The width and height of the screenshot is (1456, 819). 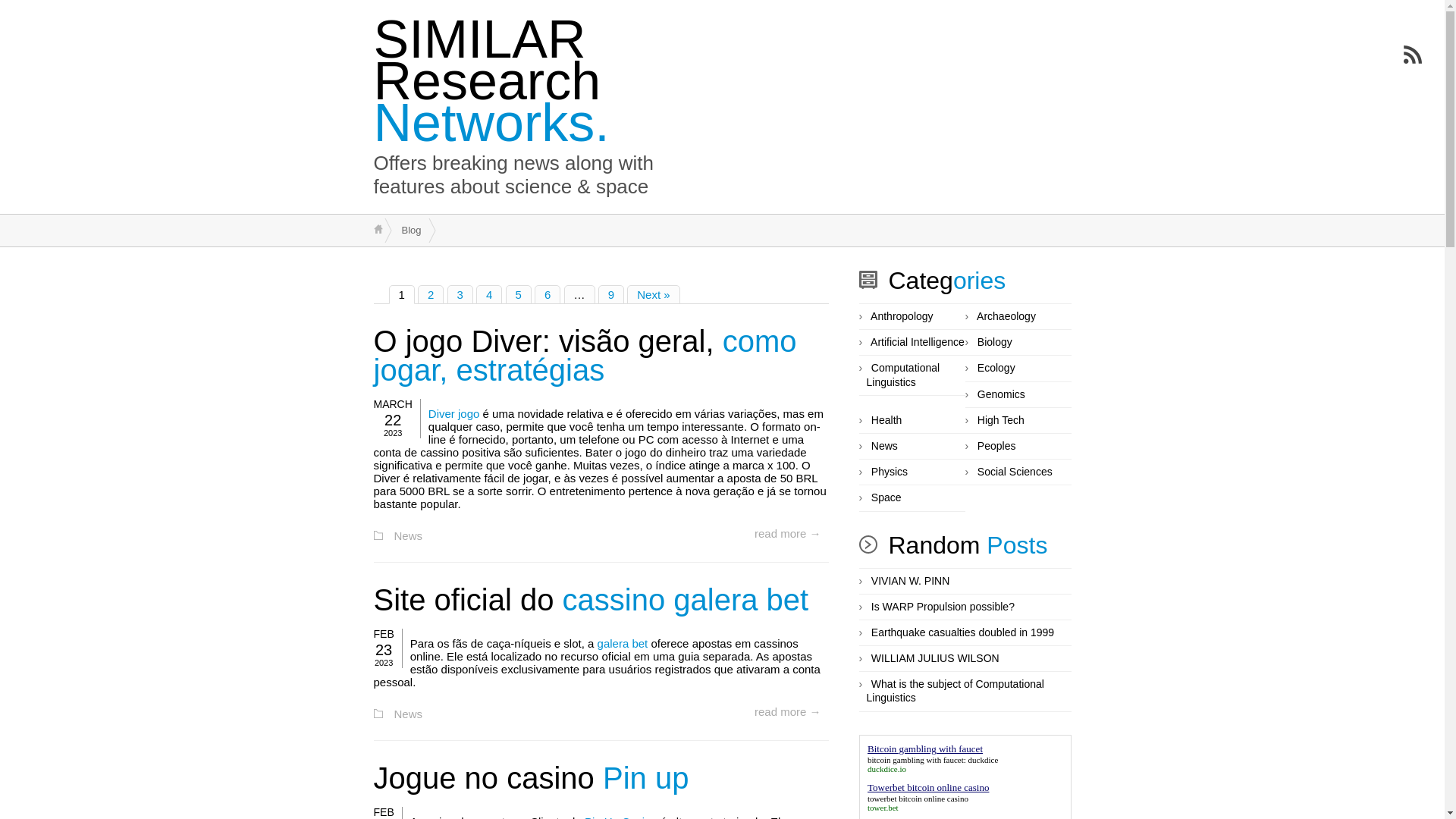 I want to click on 'Archaeology', so click(x=1006, y=315).